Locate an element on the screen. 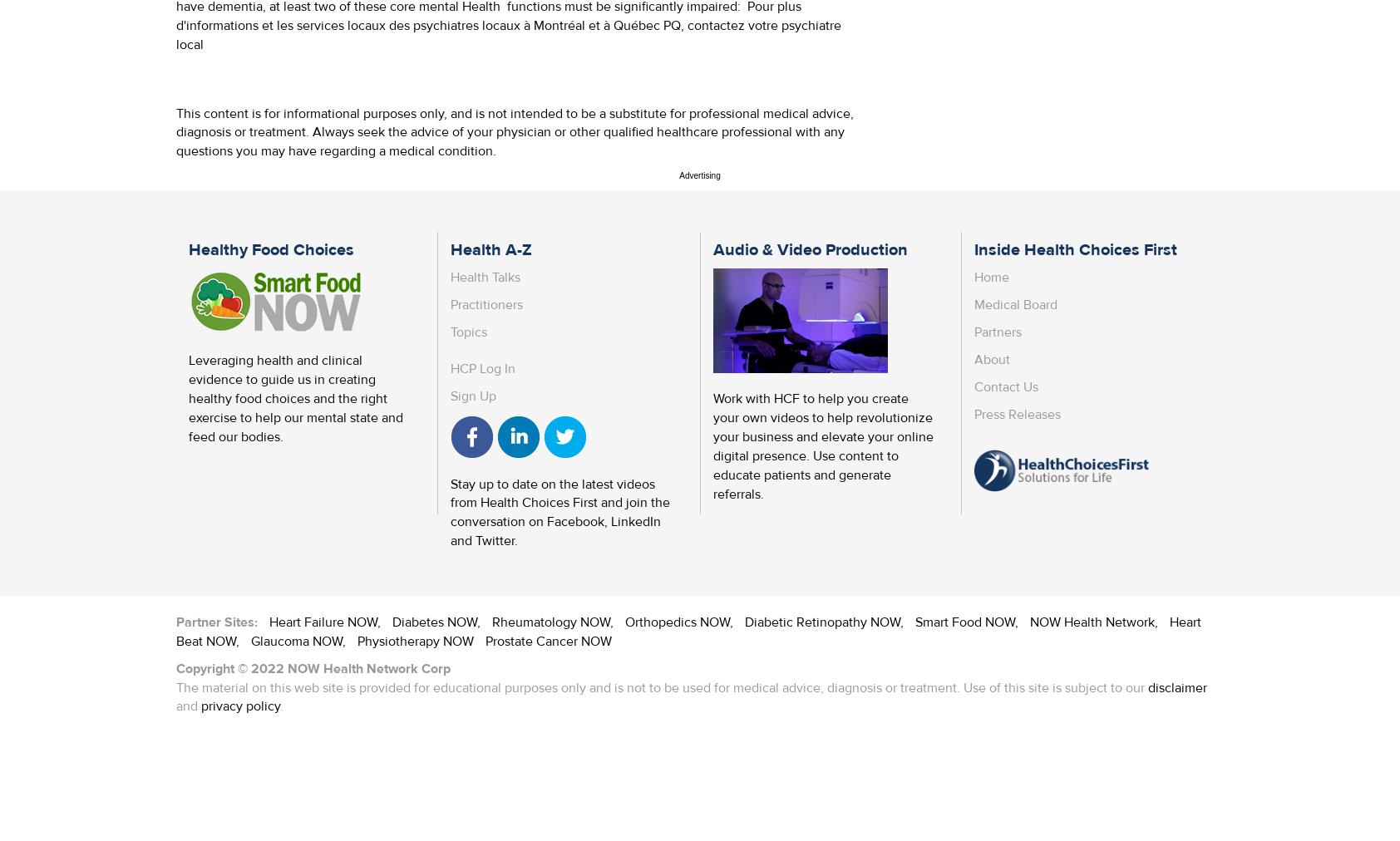  'Diabetic Retinopathy NOW,' is located at coordinates (825, 621).